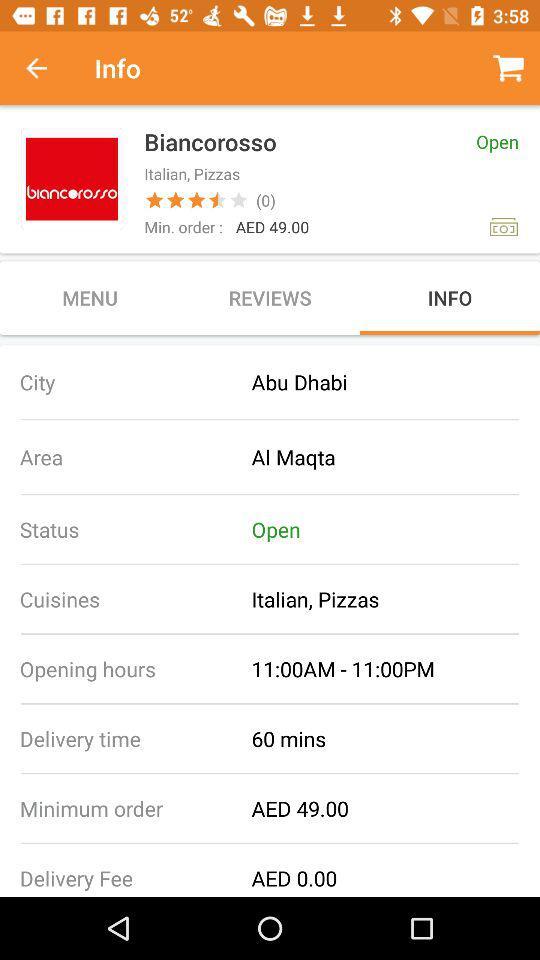  I want to click on al maqta item, so click(395, 457).